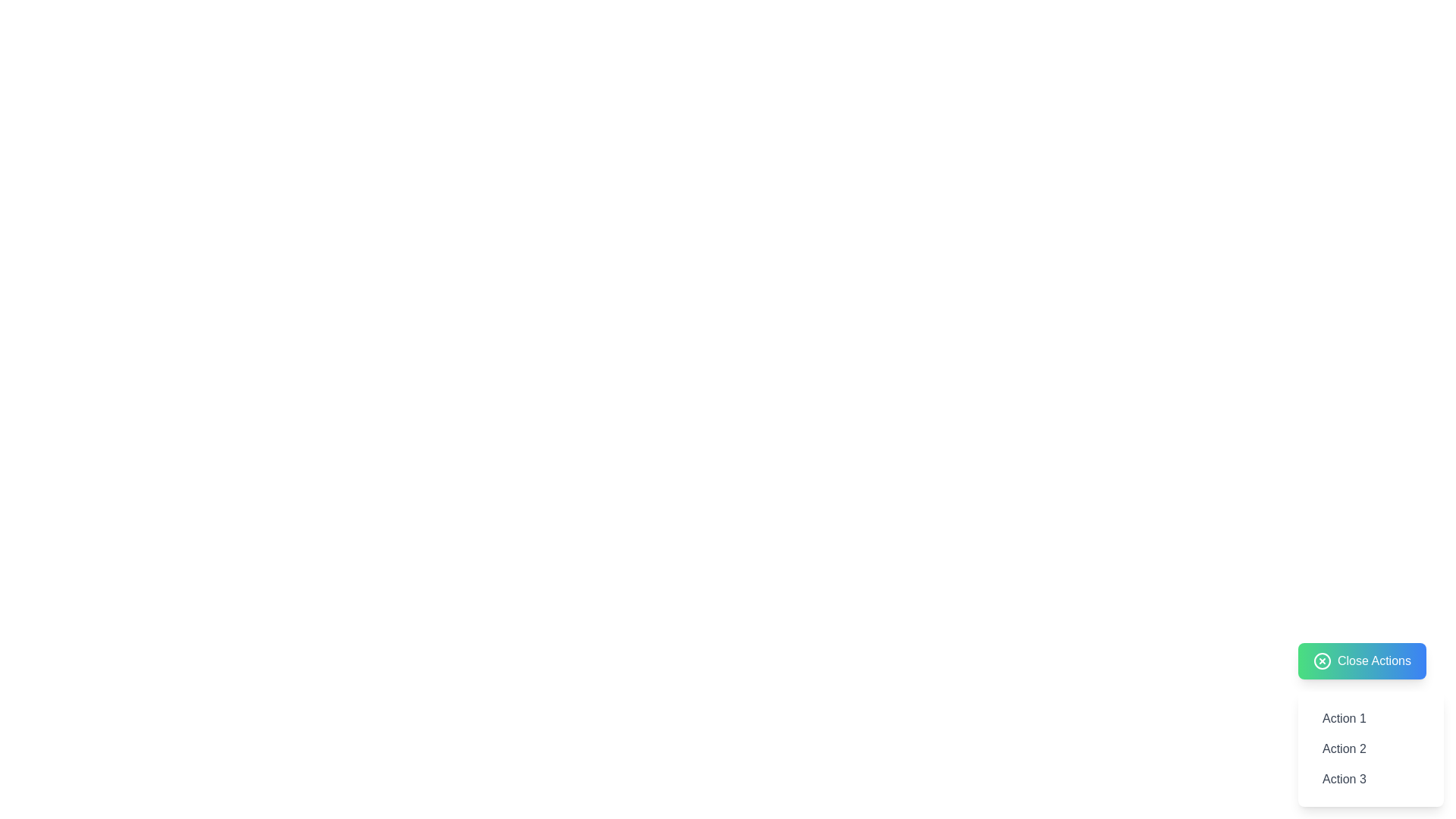 The image size is (1456, 819). What do you see at coordinates (1321, 660) in the screenshot?
I see `the close icon that is the leftmost component of the 'Close Actions' button, located near the top-right corner of the interface` at bounding box center [1321, 660].